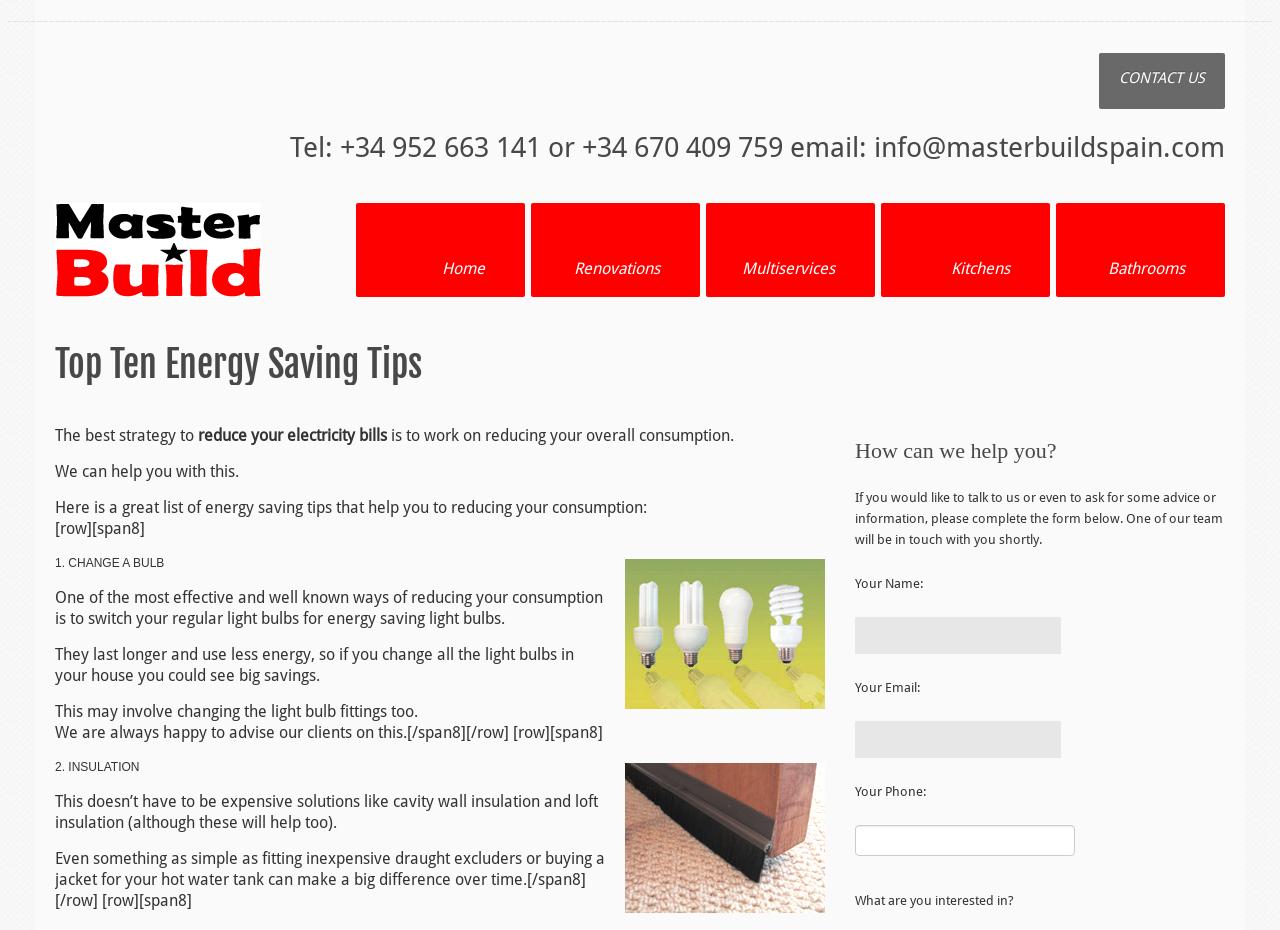 This screenshot has height=930, width=1280. Describe the element at coordinates (1048, 147) in the screenshot. I see `'info@masterbuildspain.com'` at that location.